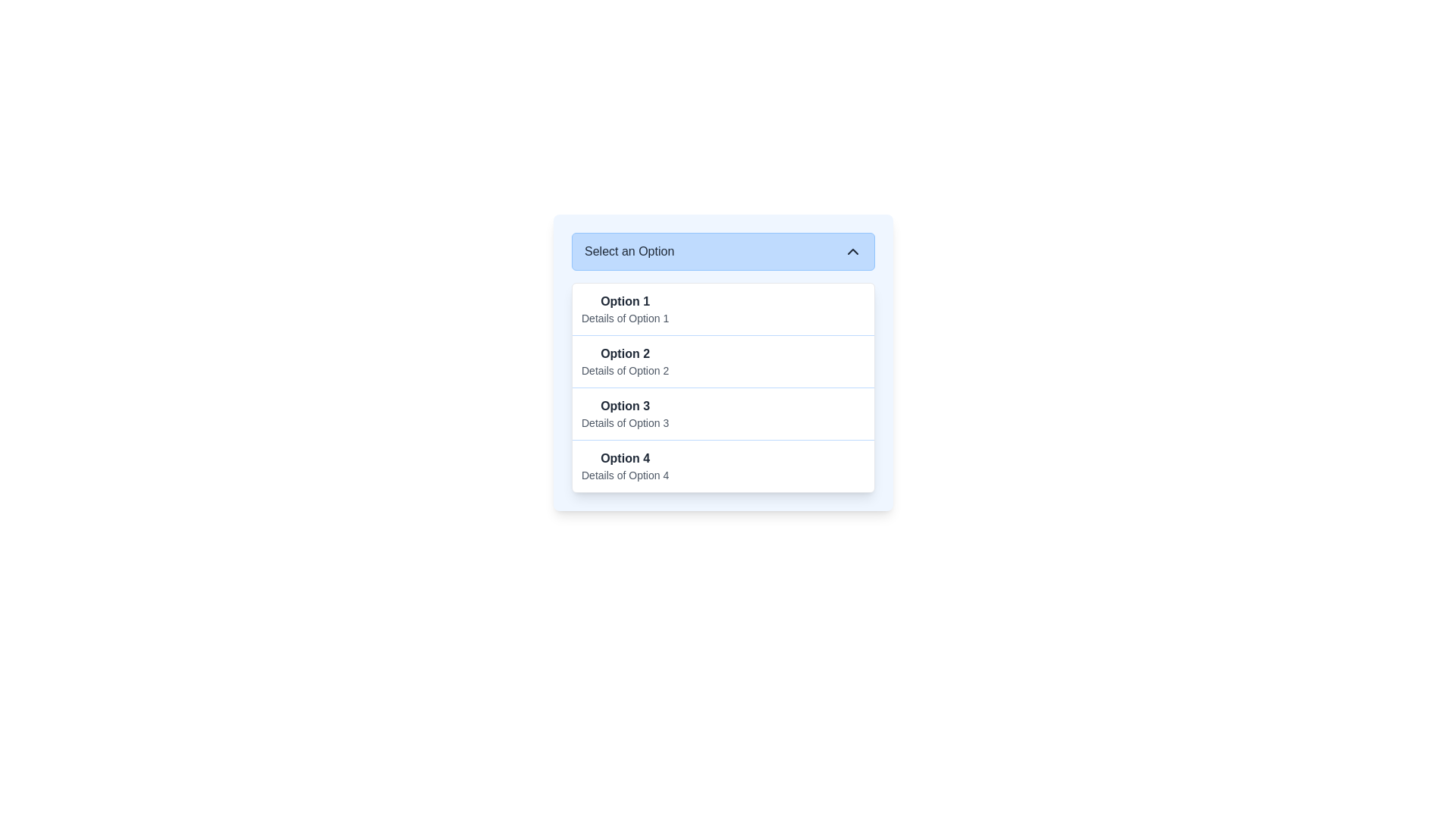  I want to click on to select 'Option 2' from the dropdown menu, which is the second item directly beneath 'Option 1', so click(625, 362).